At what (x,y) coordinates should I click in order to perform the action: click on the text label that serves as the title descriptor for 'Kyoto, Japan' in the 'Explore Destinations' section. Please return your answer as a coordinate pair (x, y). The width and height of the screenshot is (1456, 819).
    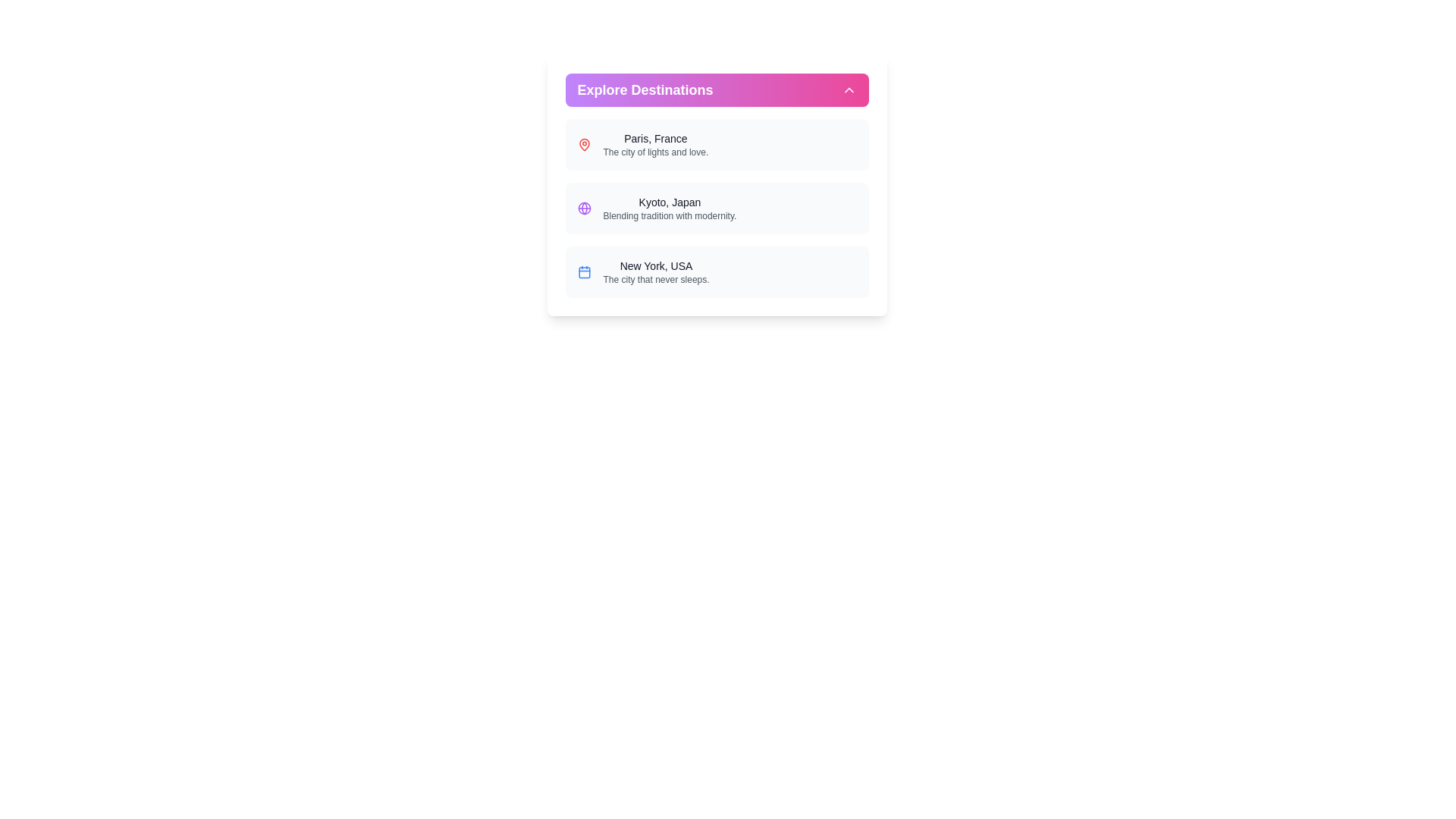
    Looking at the image, I should click on (669, 201).